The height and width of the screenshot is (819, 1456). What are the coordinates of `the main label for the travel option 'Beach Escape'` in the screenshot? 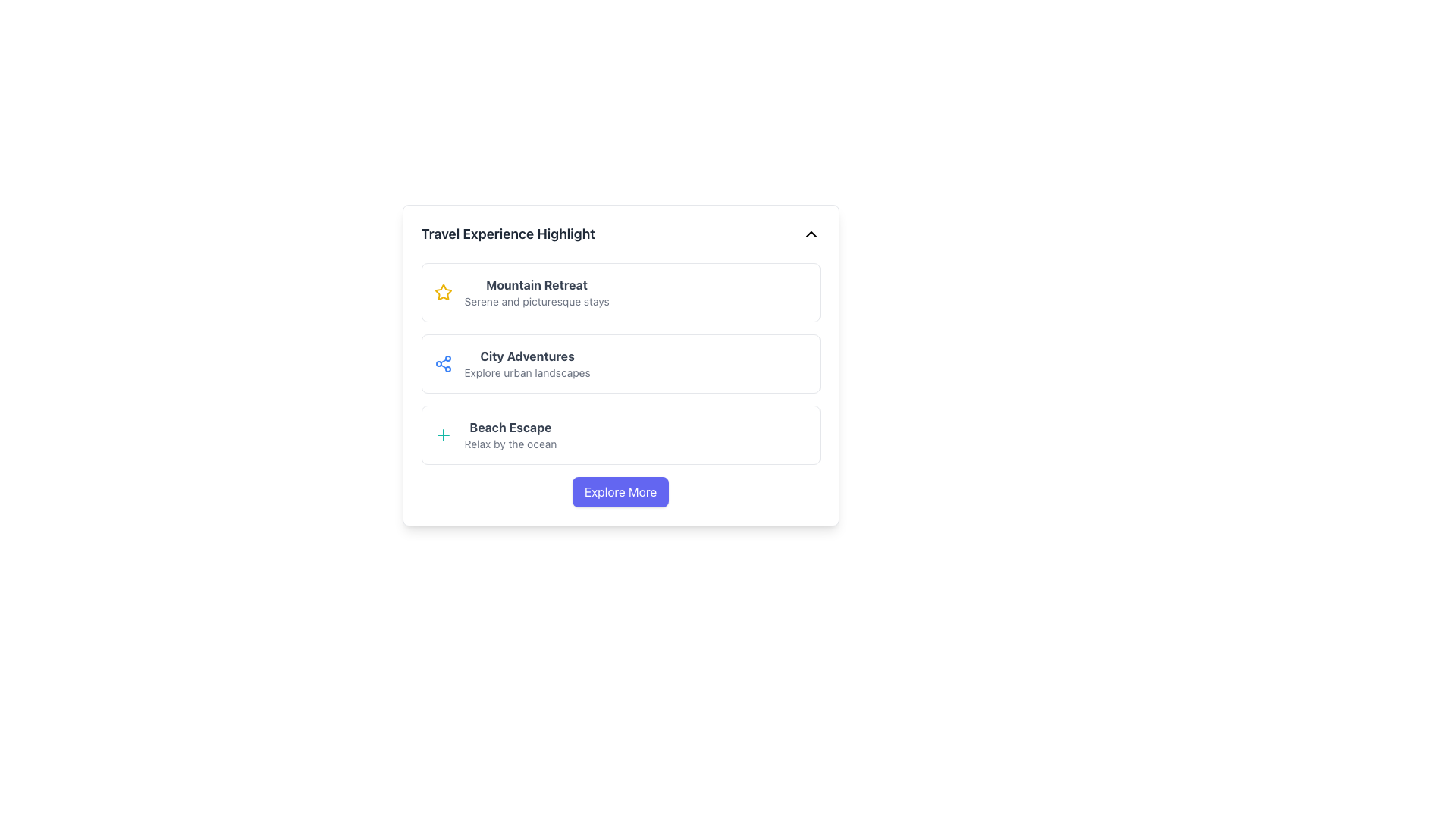 It's located at (510, 427).